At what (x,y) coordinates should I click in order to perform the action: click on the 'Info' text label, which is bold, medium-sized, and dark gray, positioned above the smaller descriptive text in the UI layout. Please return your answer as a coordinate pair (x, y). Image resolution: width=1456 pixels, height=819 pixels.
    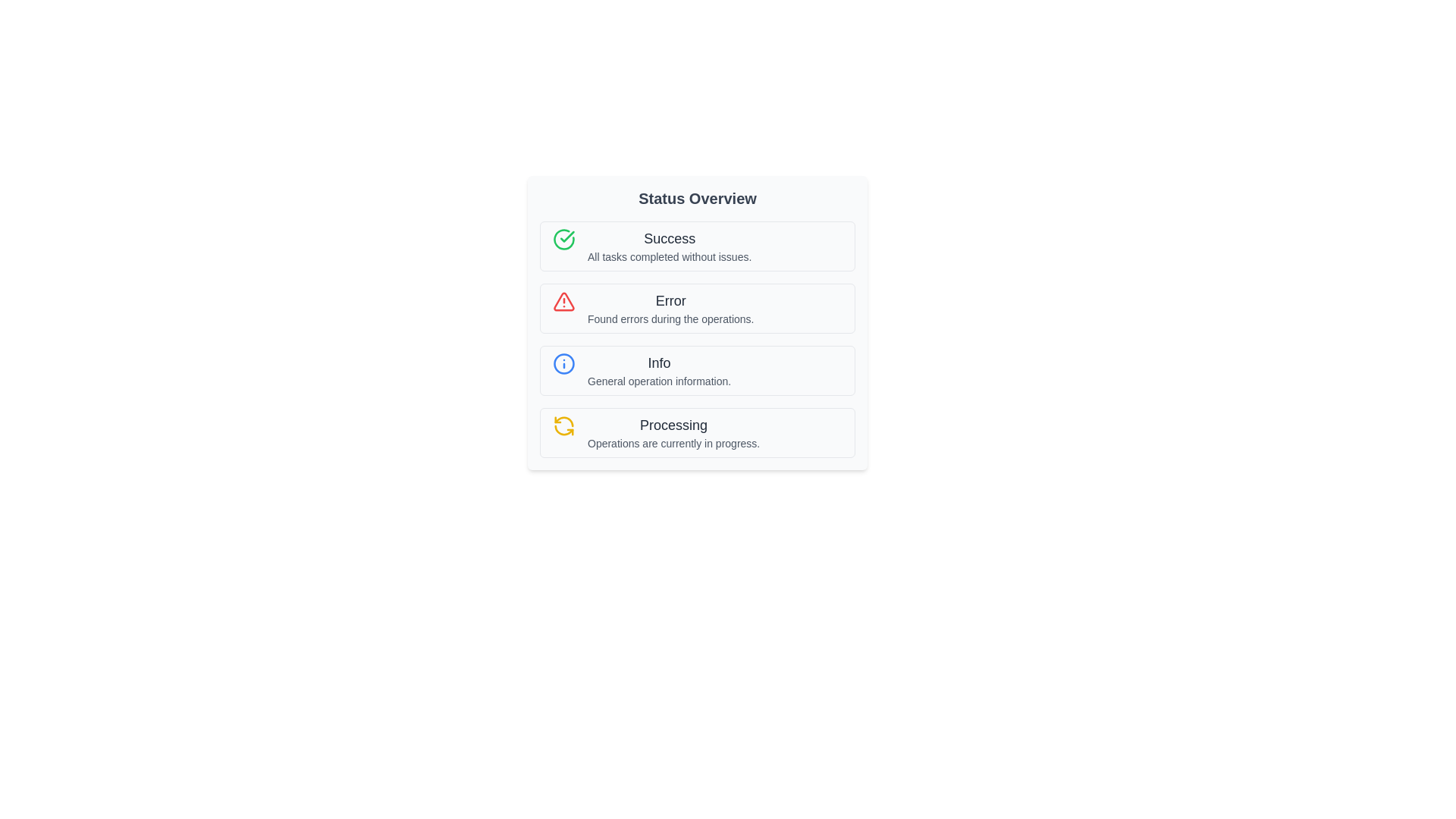
    Looking at the image, I should click on (659, 362).